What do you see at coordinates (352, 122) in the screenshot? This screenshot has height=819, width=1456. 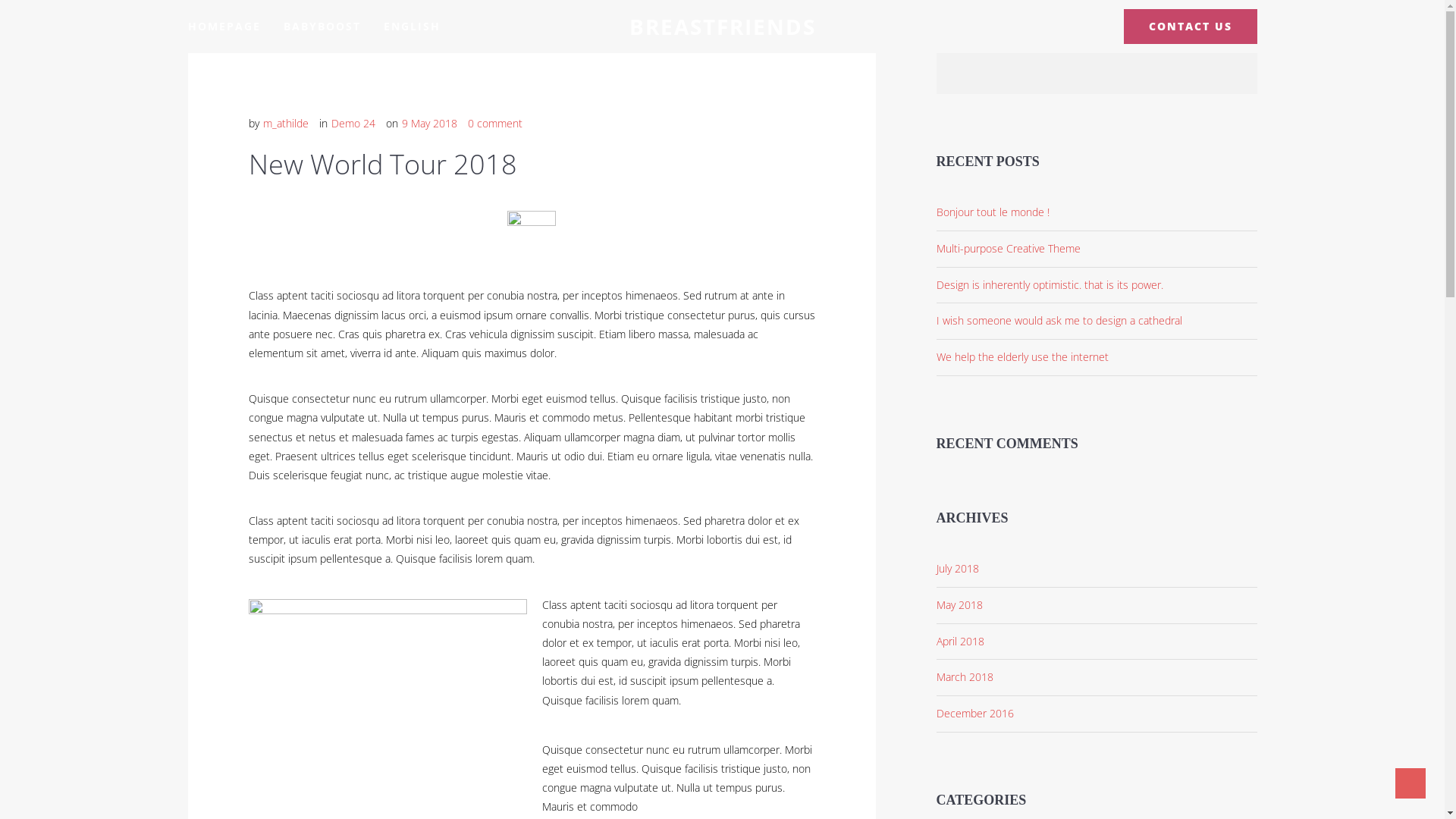 I see `'Demo 24'` at bounding box center [352, 122].